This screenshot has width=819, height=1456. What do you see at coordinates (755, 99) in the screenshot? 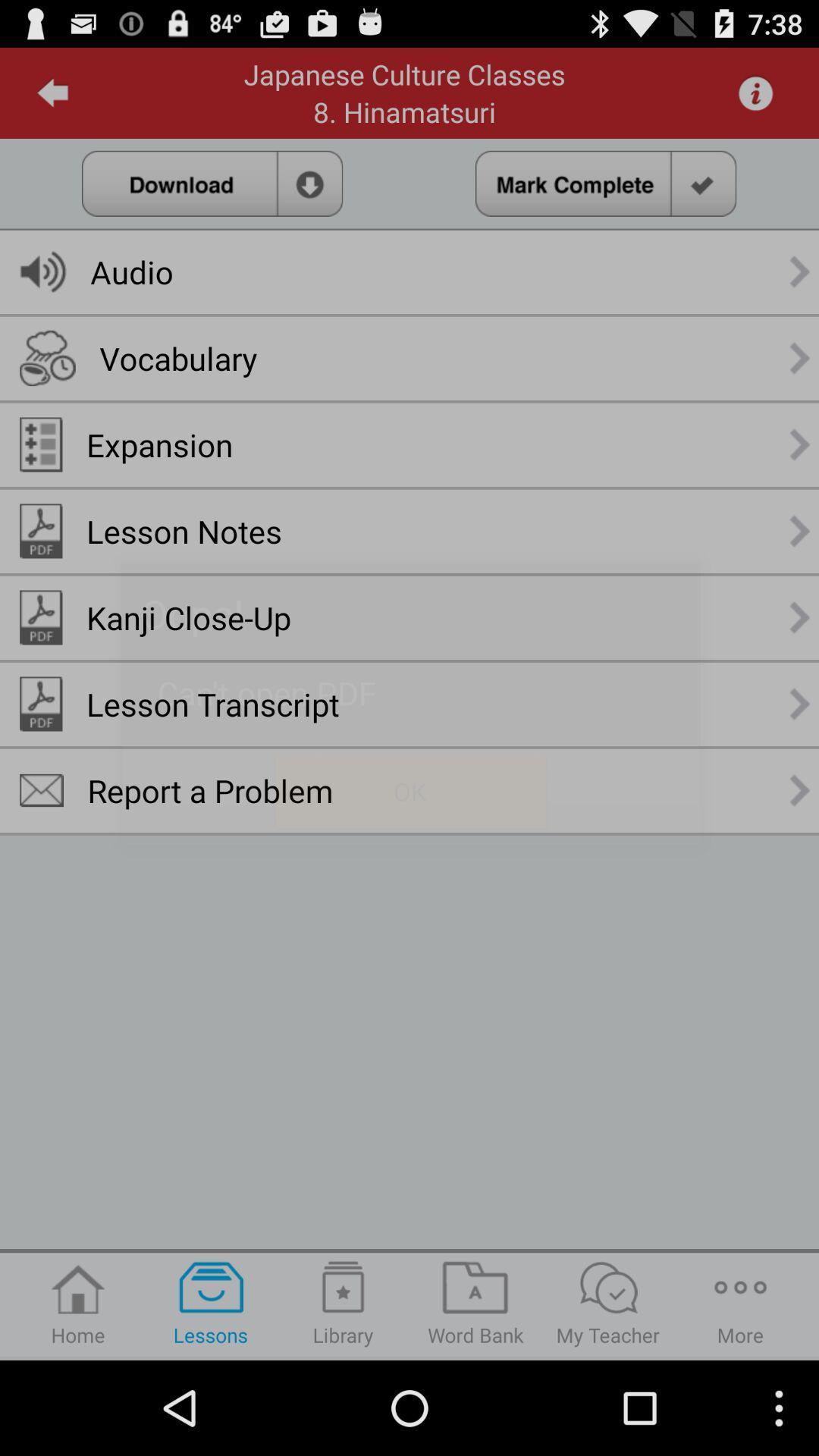
I see `the info icon` at bounding box center [755, 99].